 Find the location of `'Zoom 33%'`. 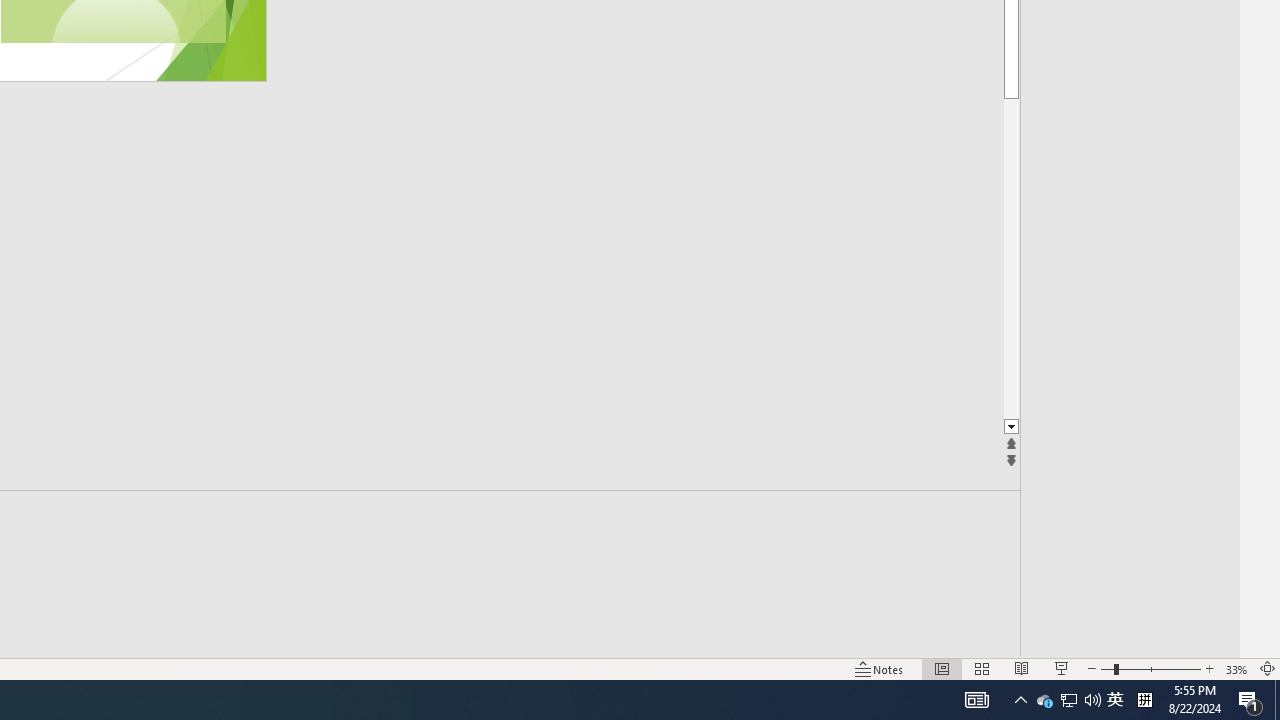

'Zoom 33%' is located at coordinates (1236, 669).